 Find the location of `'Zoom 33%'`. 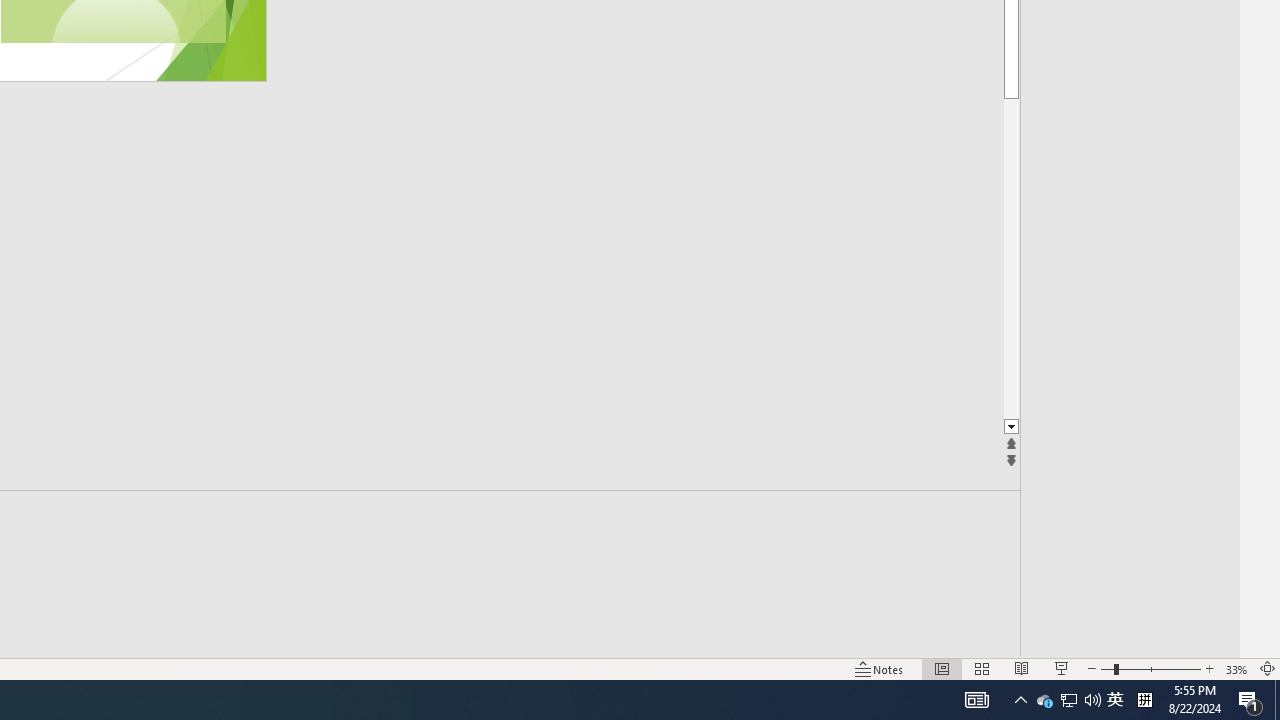

'Zoom 33%' is located at coordinates (1236, 669).